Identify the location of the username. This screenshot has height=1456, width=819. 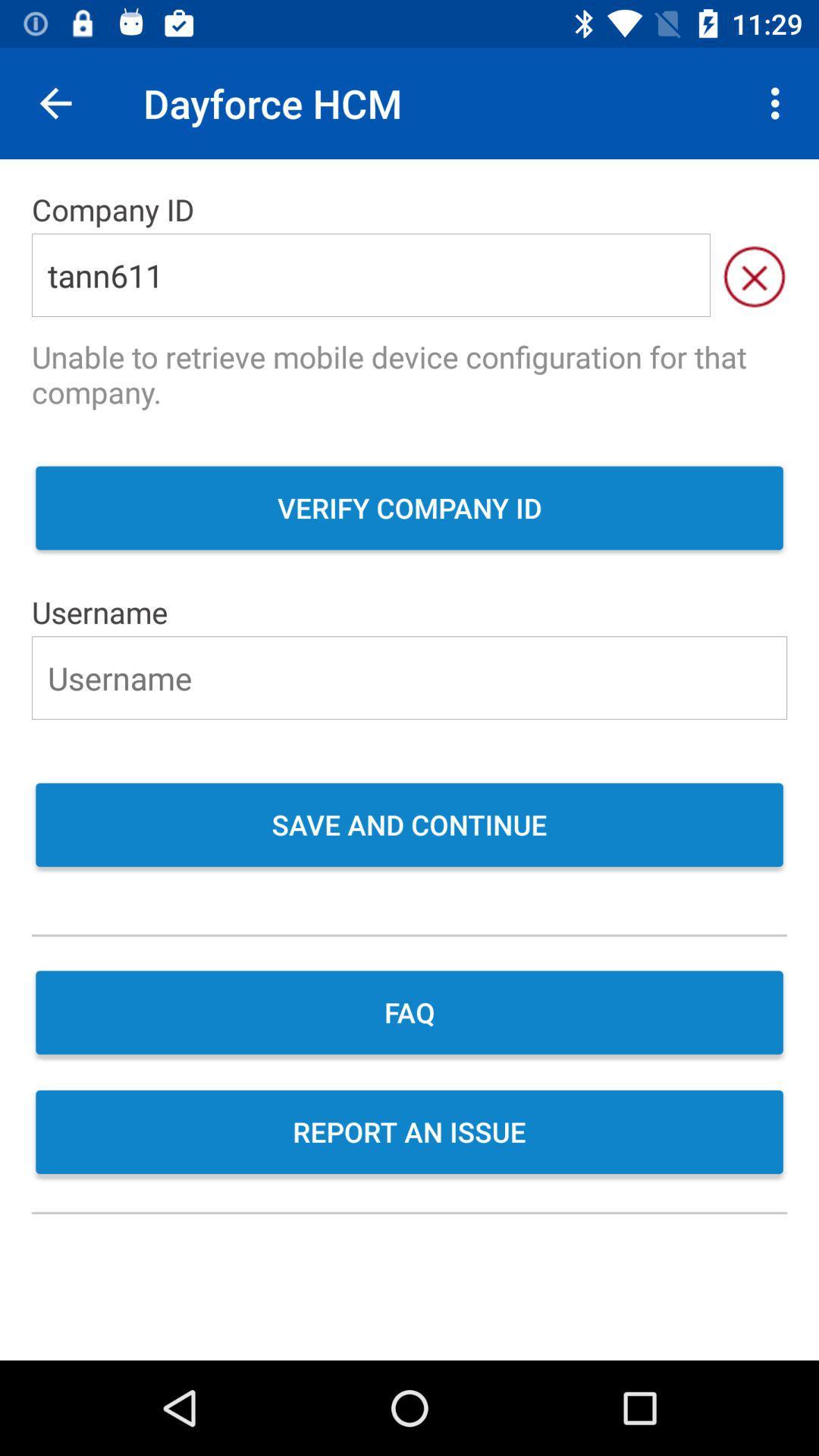
(409, 676).